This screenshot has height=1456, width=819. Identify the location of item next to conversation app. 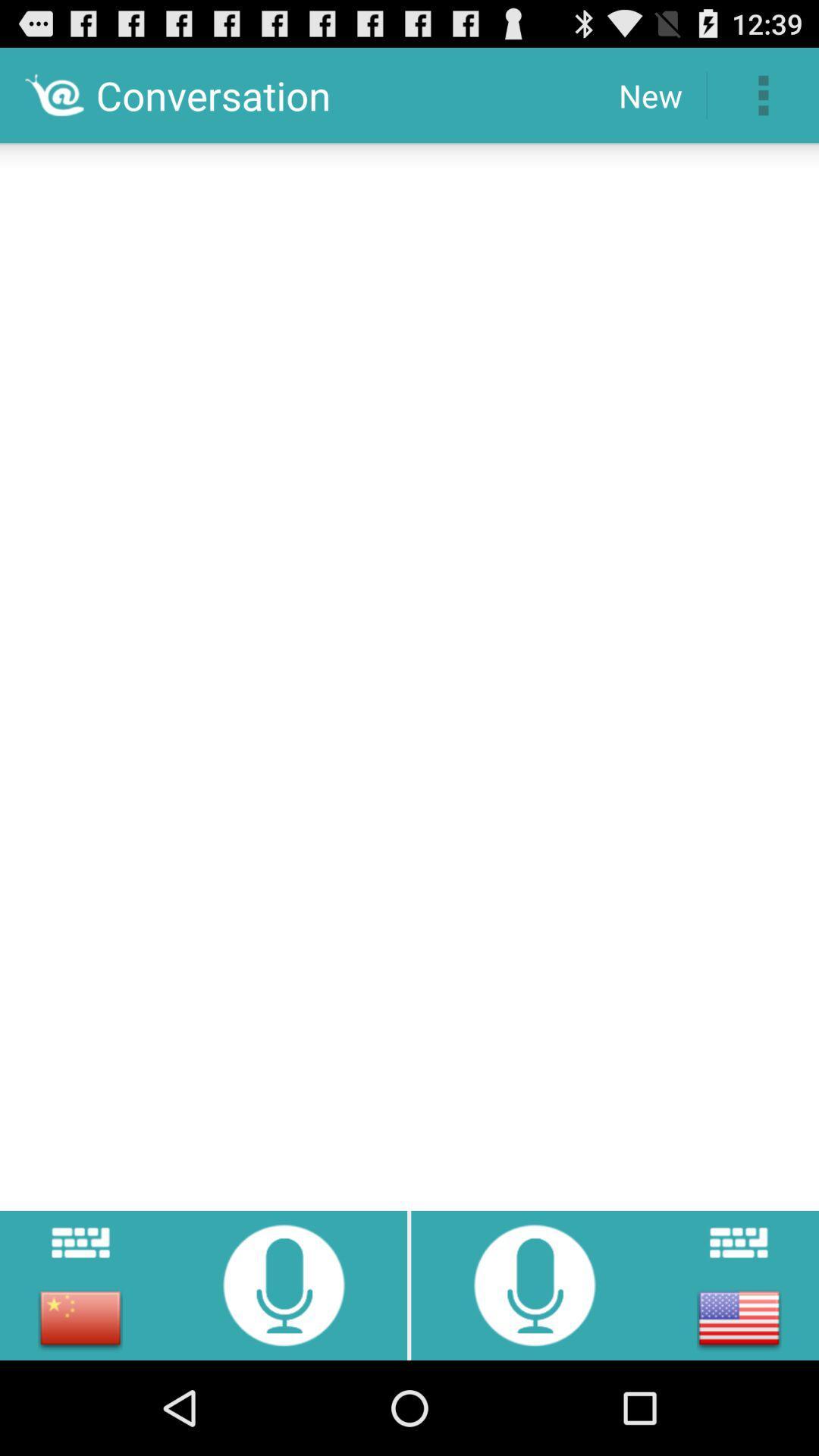
(649, 94).